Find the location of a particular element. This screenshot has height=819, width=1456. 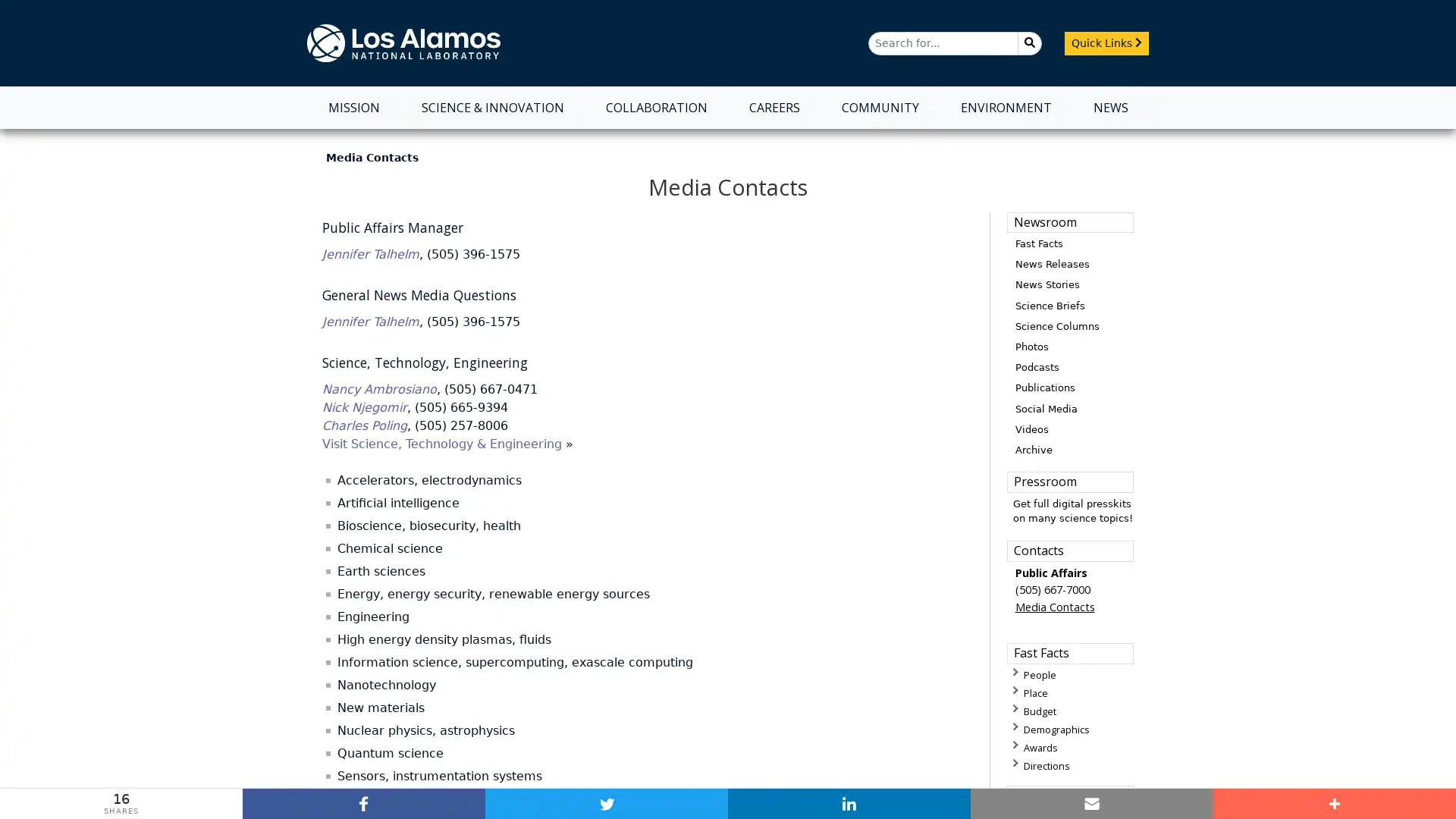

Search Button is located at coordinates (1030, 42).